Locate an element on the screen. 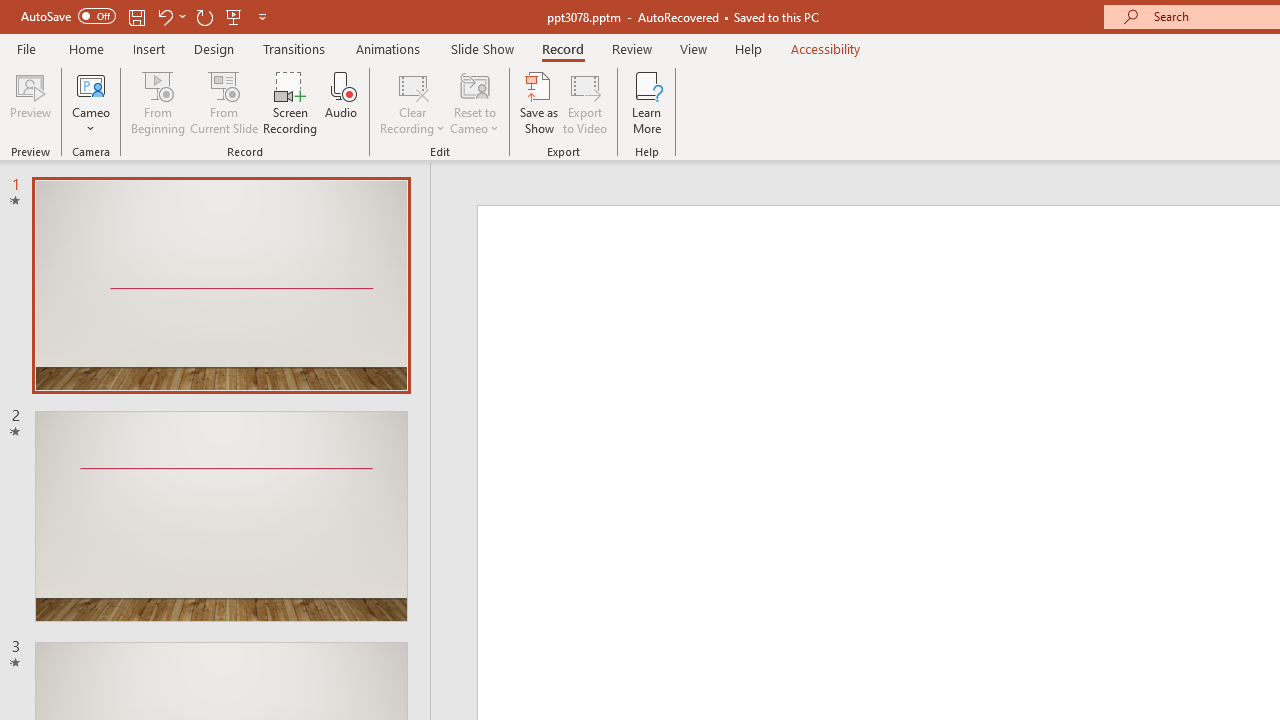  'Preview' is located at coordinates (30, 103).